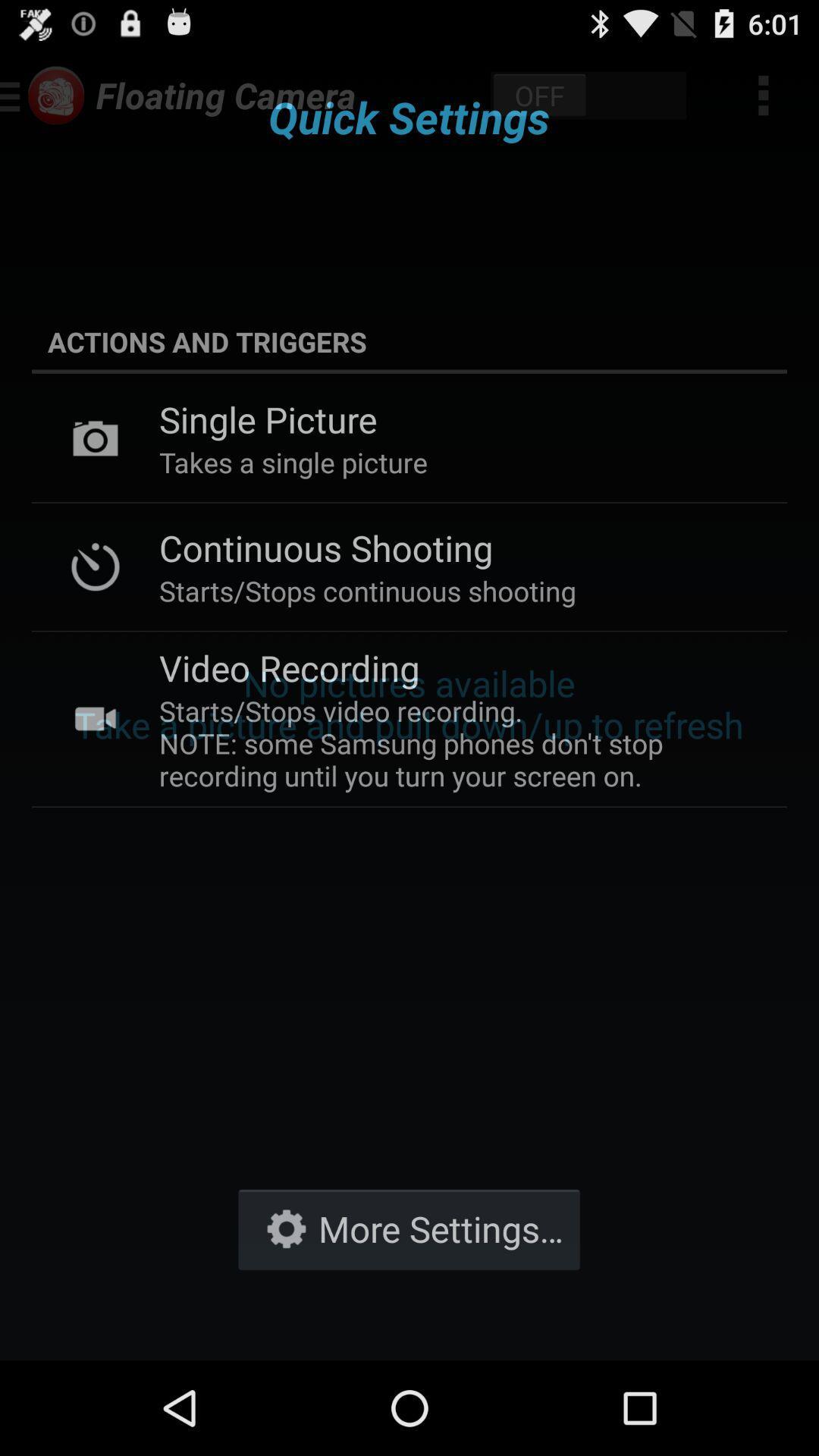 The image size is (819, 1456). I want to click on the takes a single, so click(293, 461).